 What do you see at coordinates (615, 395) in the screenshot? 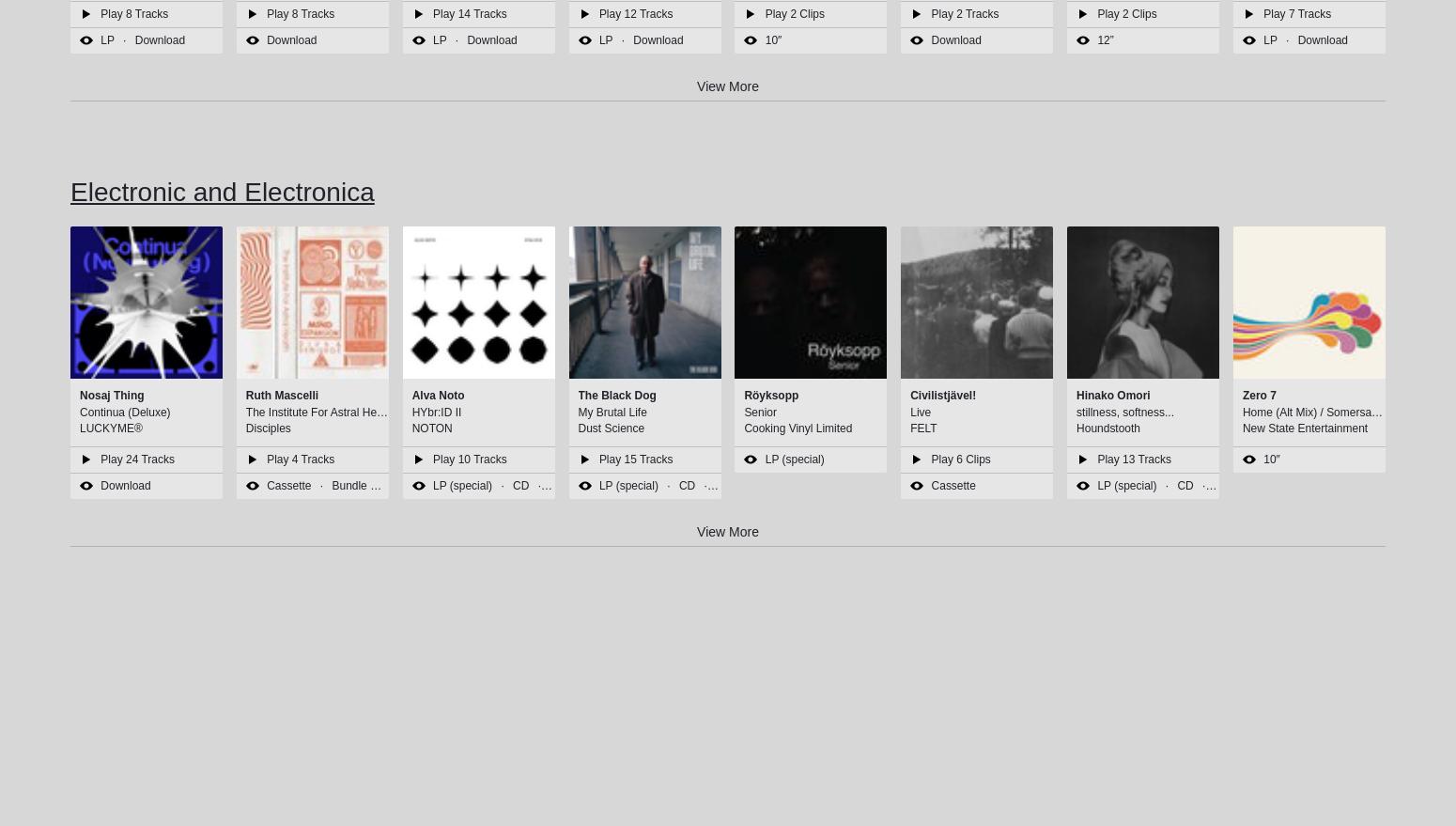
I see `'The Black Dog'` at bounding box center [615, 395].